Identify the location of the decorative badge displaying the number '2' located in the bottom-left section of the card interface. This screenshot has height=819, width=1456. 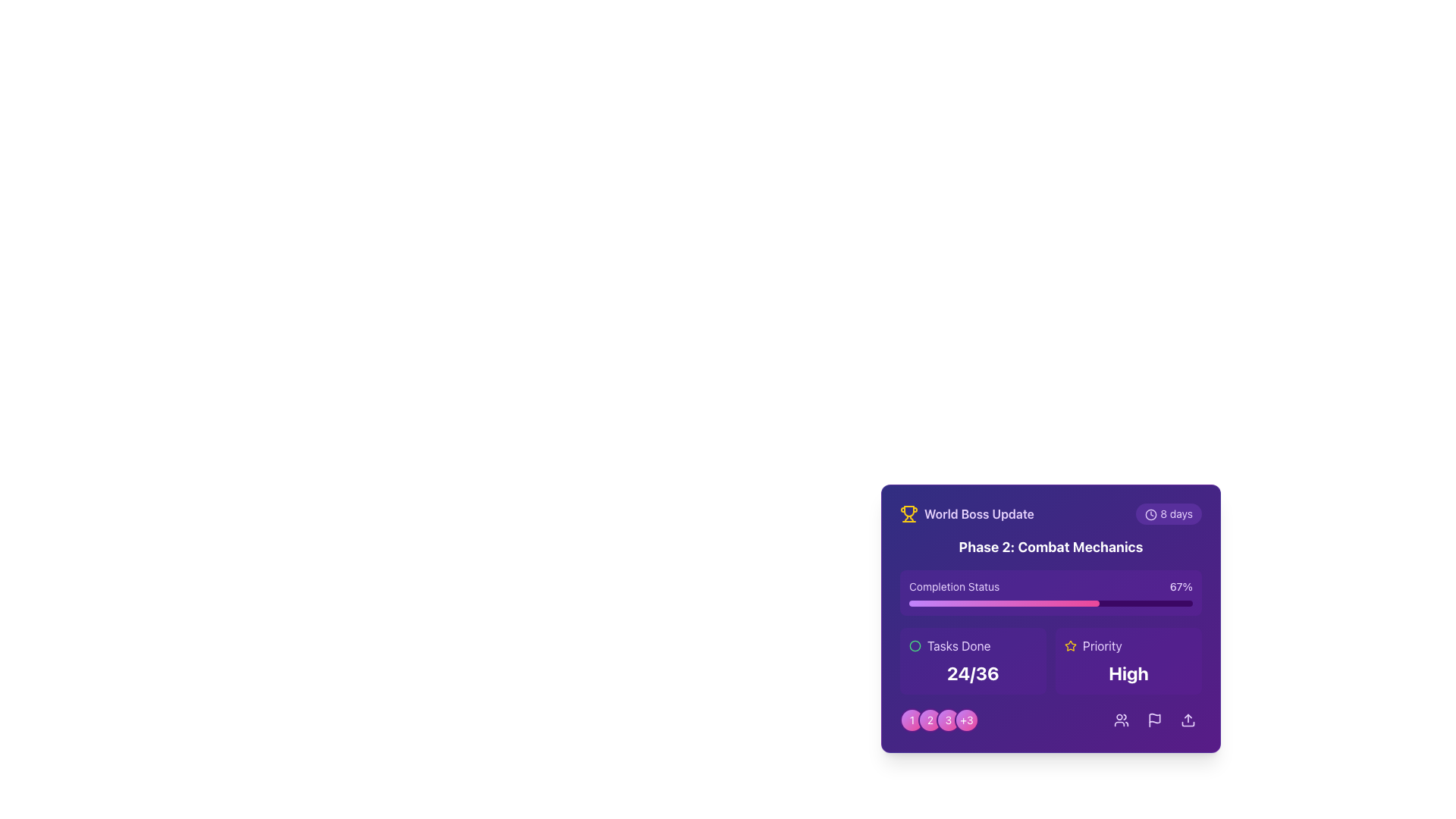
(930, 719).